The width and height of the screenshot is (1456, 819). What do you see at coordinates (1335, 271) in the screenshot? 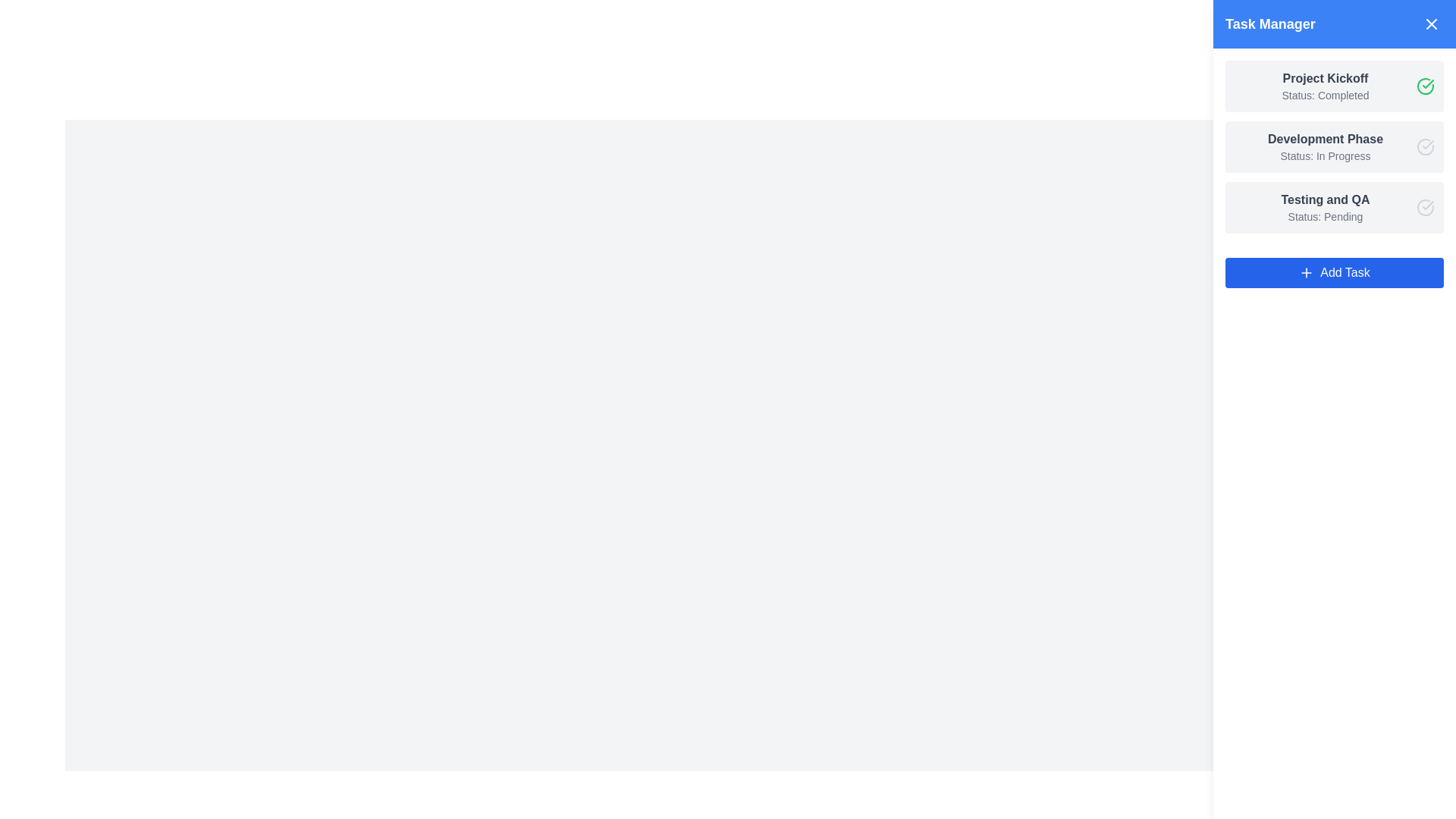
I see `the button located at the bottom of the right sidebar` at bounding box center [1335, 271].